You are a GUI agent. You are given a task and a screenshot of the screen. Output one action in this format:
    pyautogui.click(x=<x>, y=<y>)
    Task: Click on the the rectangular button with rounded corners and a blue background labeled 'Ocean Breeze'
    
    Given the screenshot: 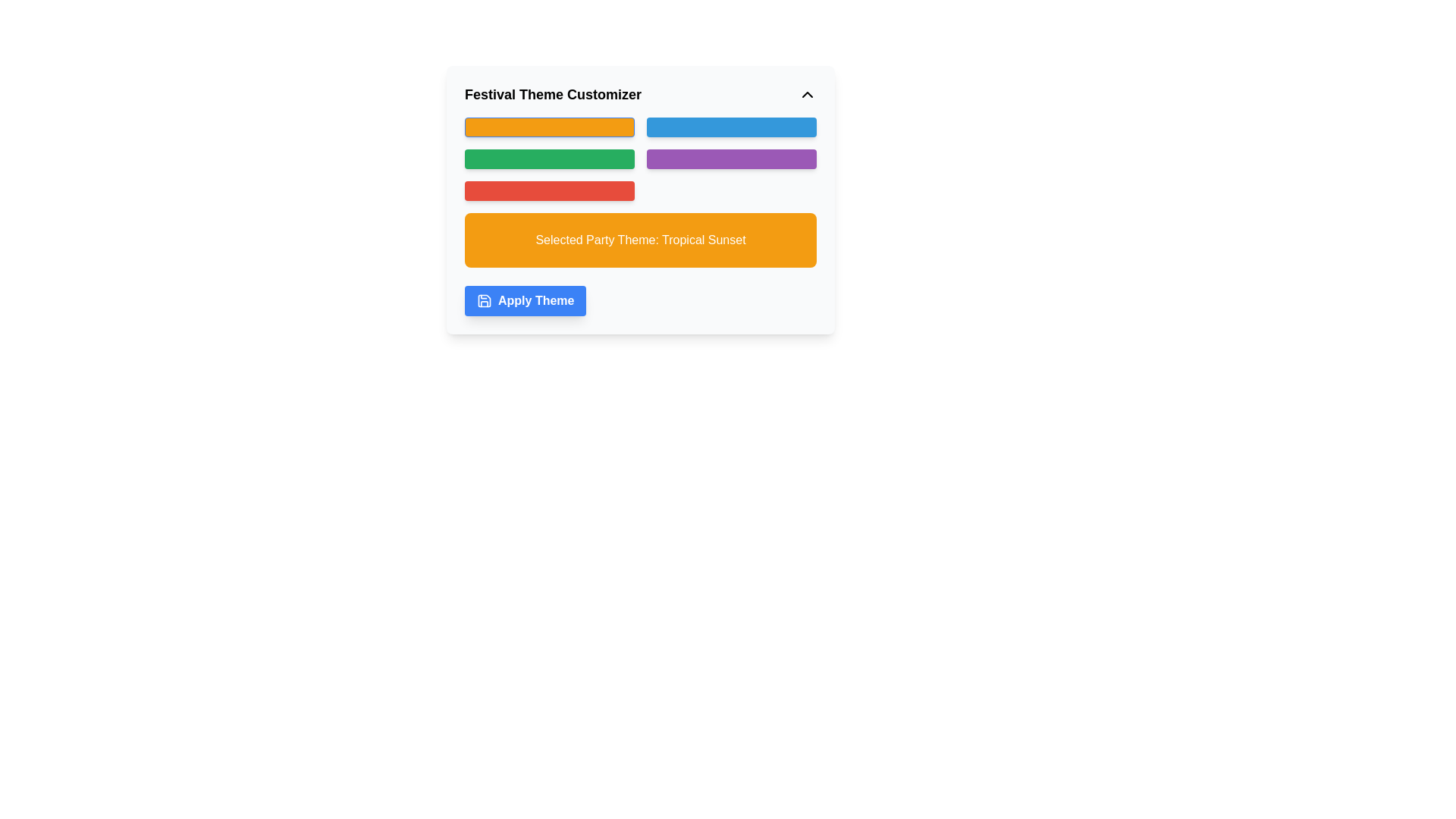 What is the action you would take?
    pyautogui.click(x=731, y=127)
    